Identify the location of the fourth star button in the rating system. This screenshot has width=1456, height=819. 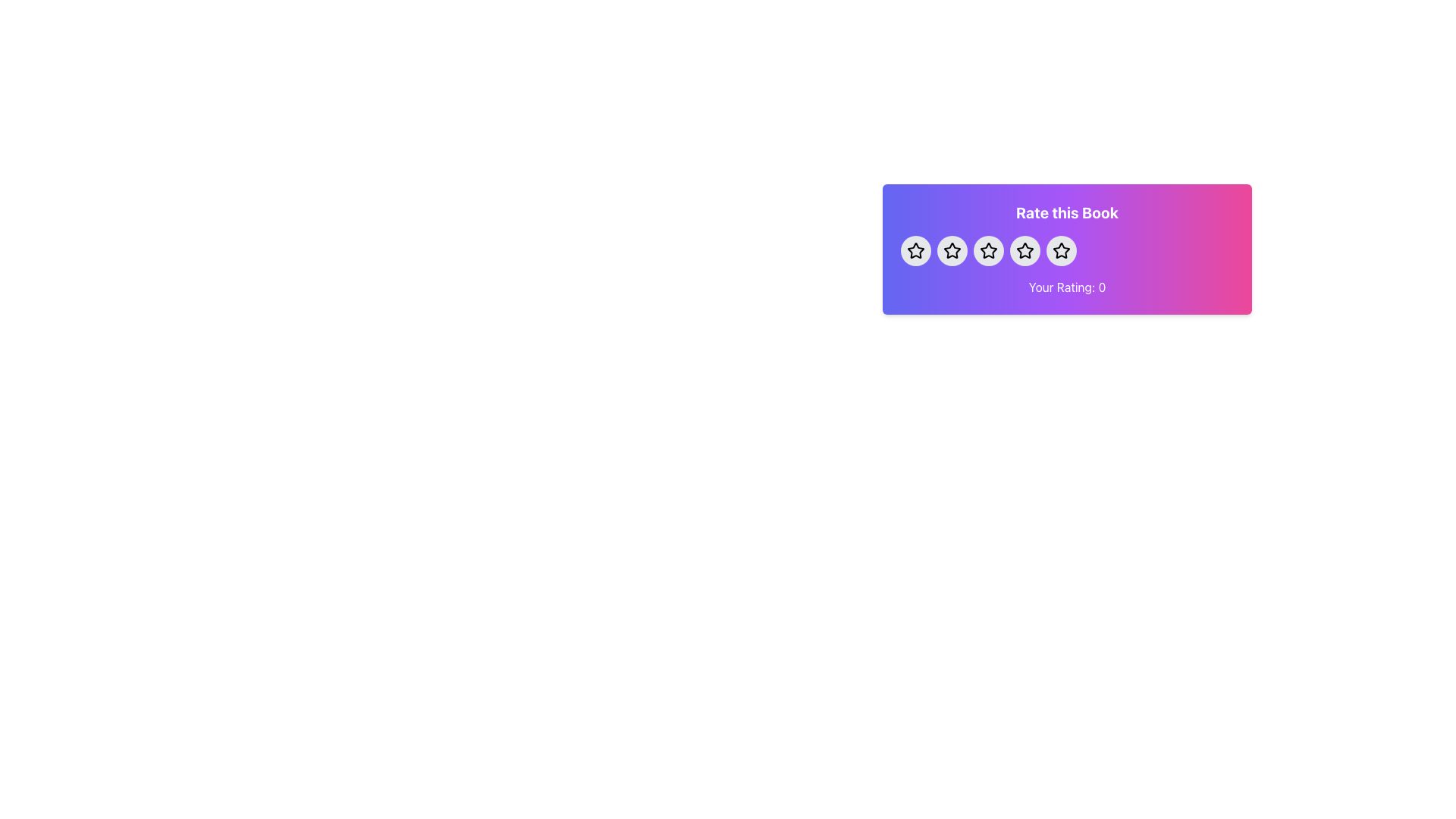
(1025, 250).